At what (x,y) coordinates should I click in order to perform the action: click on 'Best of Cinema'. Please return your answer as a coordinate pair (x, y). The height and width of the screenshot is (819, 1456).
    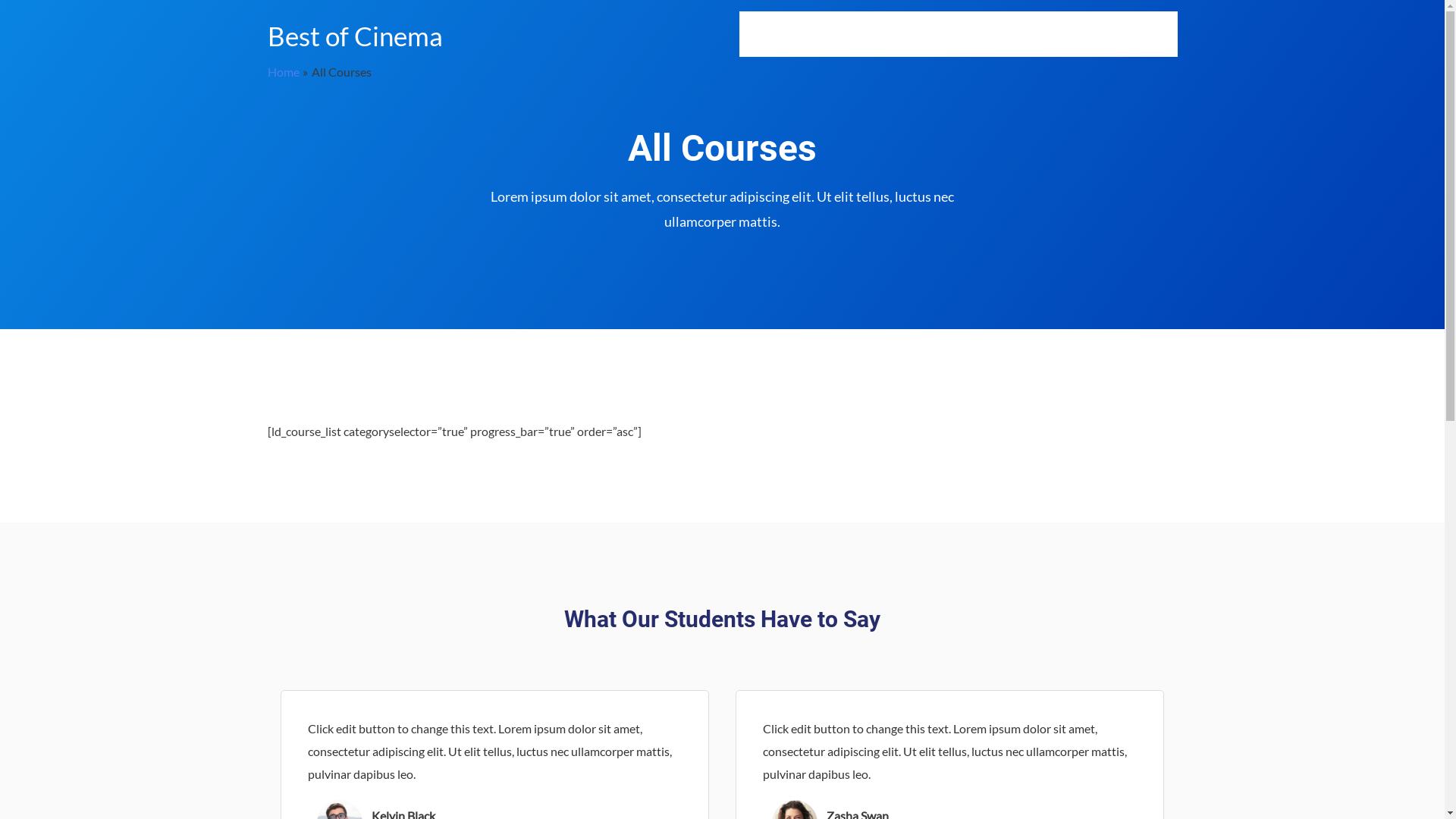
    Looking at the image, I should click on (353, 34).